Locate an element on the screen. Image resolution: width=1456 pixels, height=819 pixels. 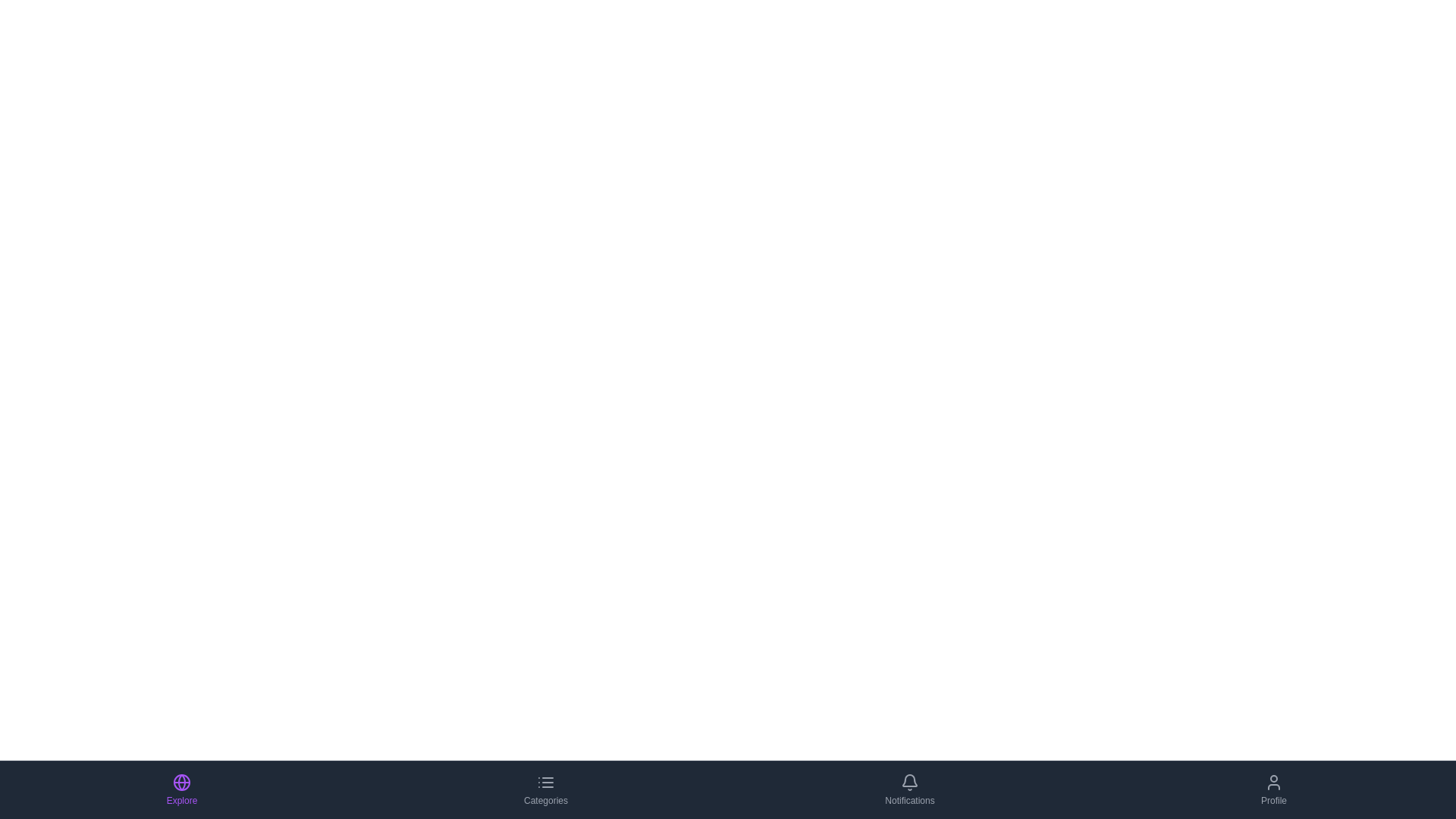
the 'Profile' text label located within the clickable 'Profile' button in the bottom navigation bar is located at coordinates (1274, 800).